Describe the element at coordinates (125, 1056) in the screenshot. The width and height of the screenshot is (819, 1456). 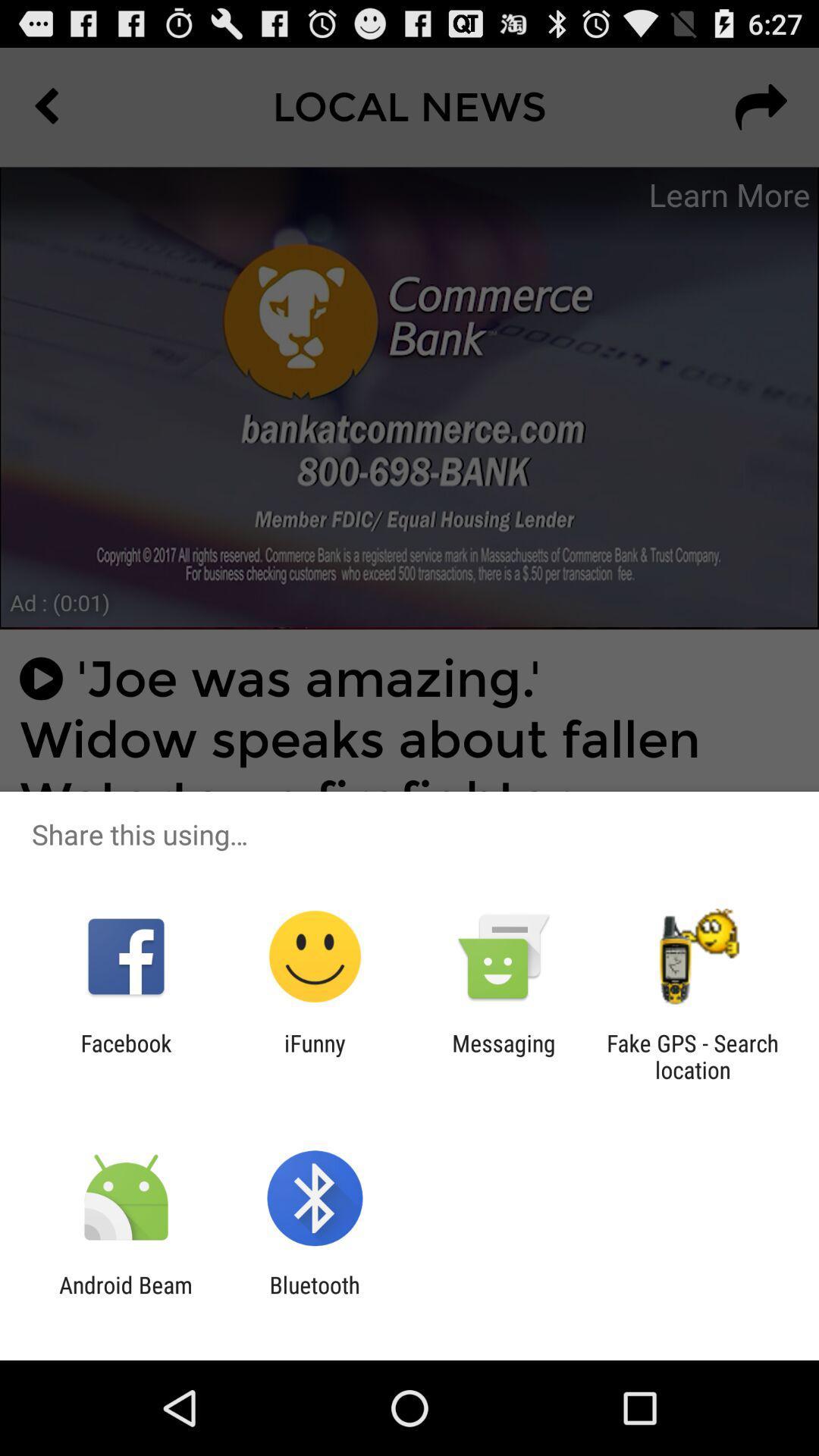
I see `the icon to the left of the ifunny item` at that location.